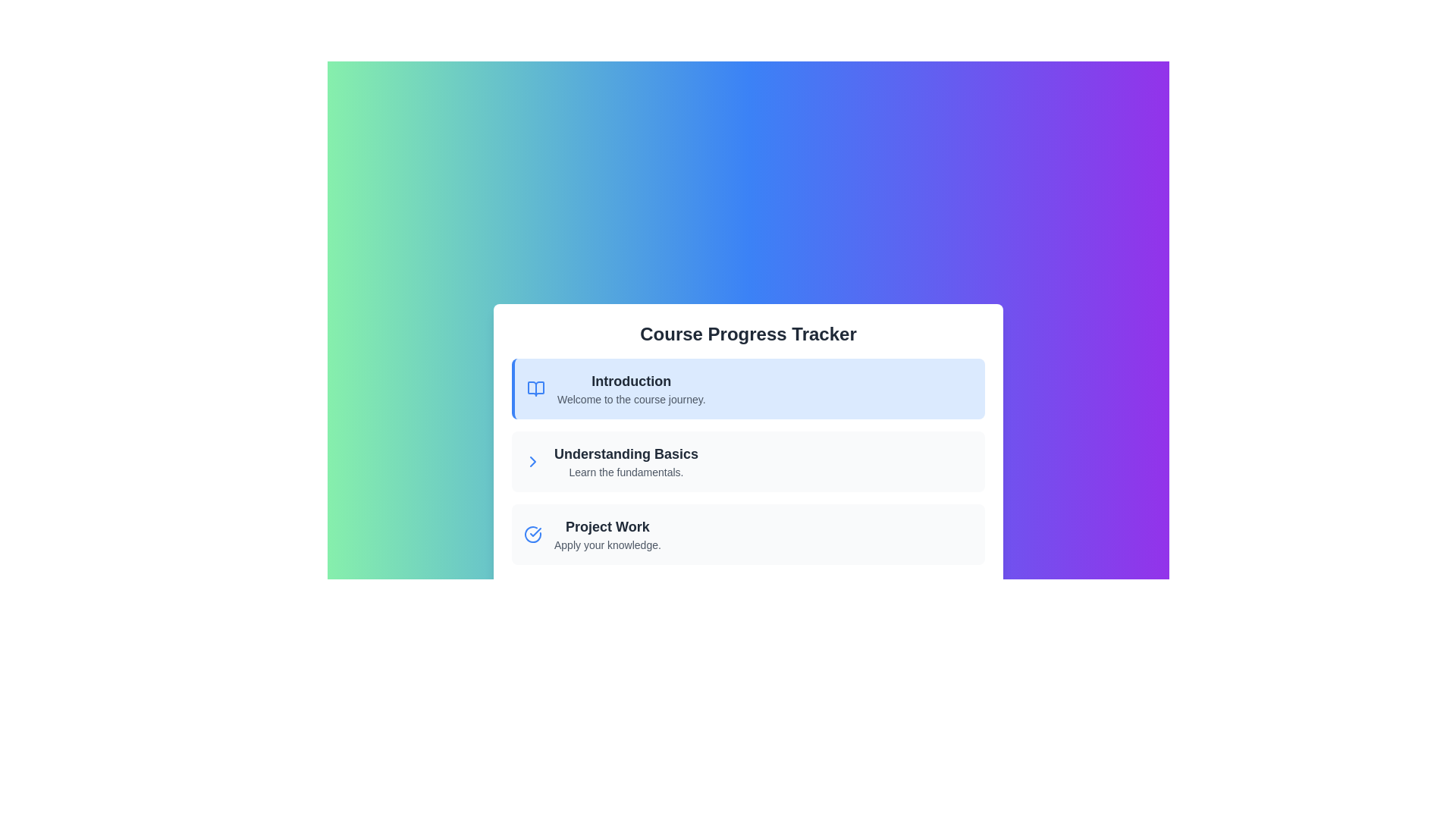  Describe the element at coordinates (532, 534) in the screenshot. I see `the Circular status indicator icon with a blue outline and checkmark inside it, located beside the 'Project Work' entry in the course tasks list` at that location.